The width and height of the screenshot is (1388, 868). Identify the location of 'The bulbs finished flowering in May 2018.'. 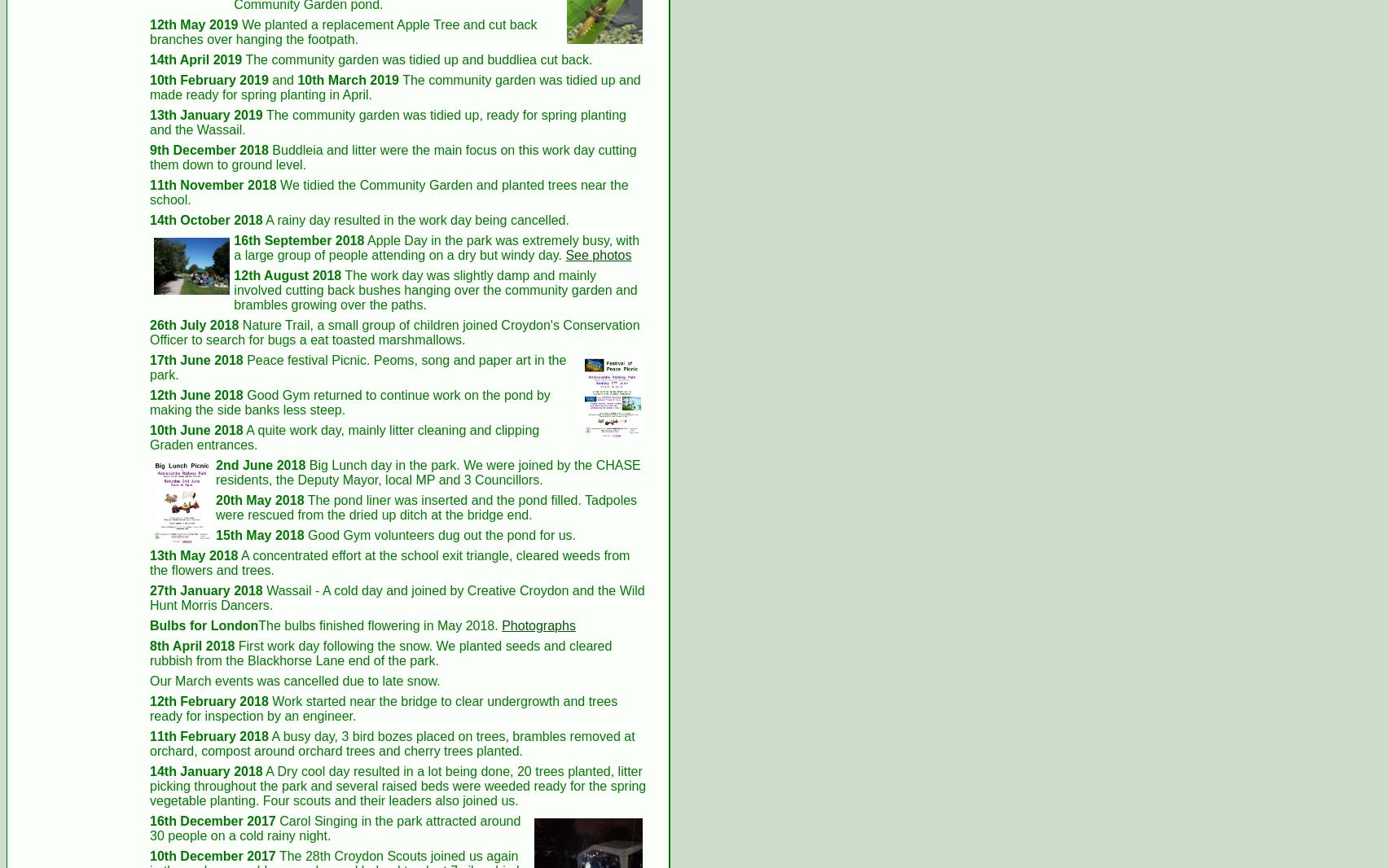
(380, 624).